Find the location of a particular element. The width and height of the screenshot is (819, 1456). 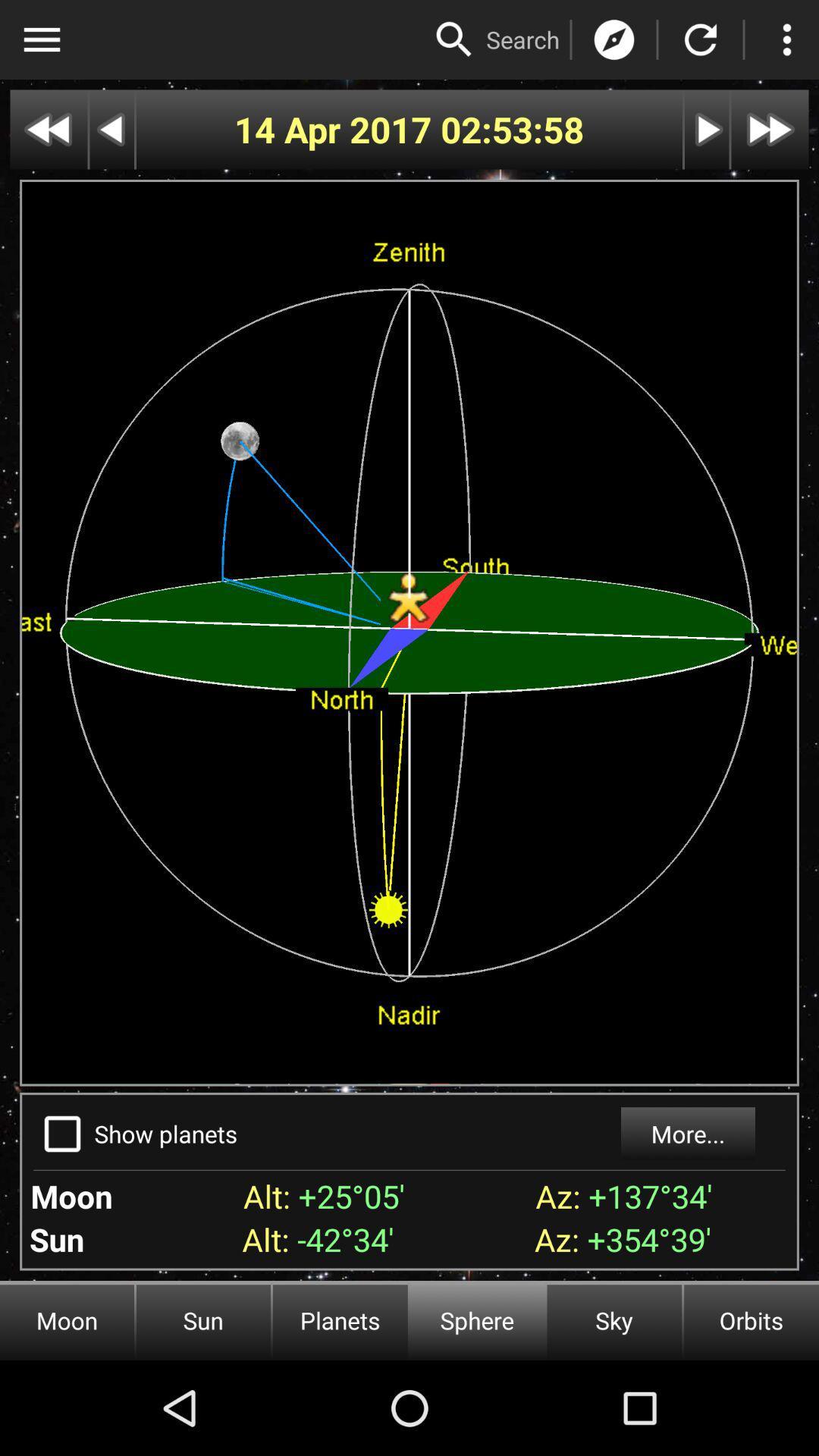

icon to the left of more... item is located at coordinates (166, 1134).